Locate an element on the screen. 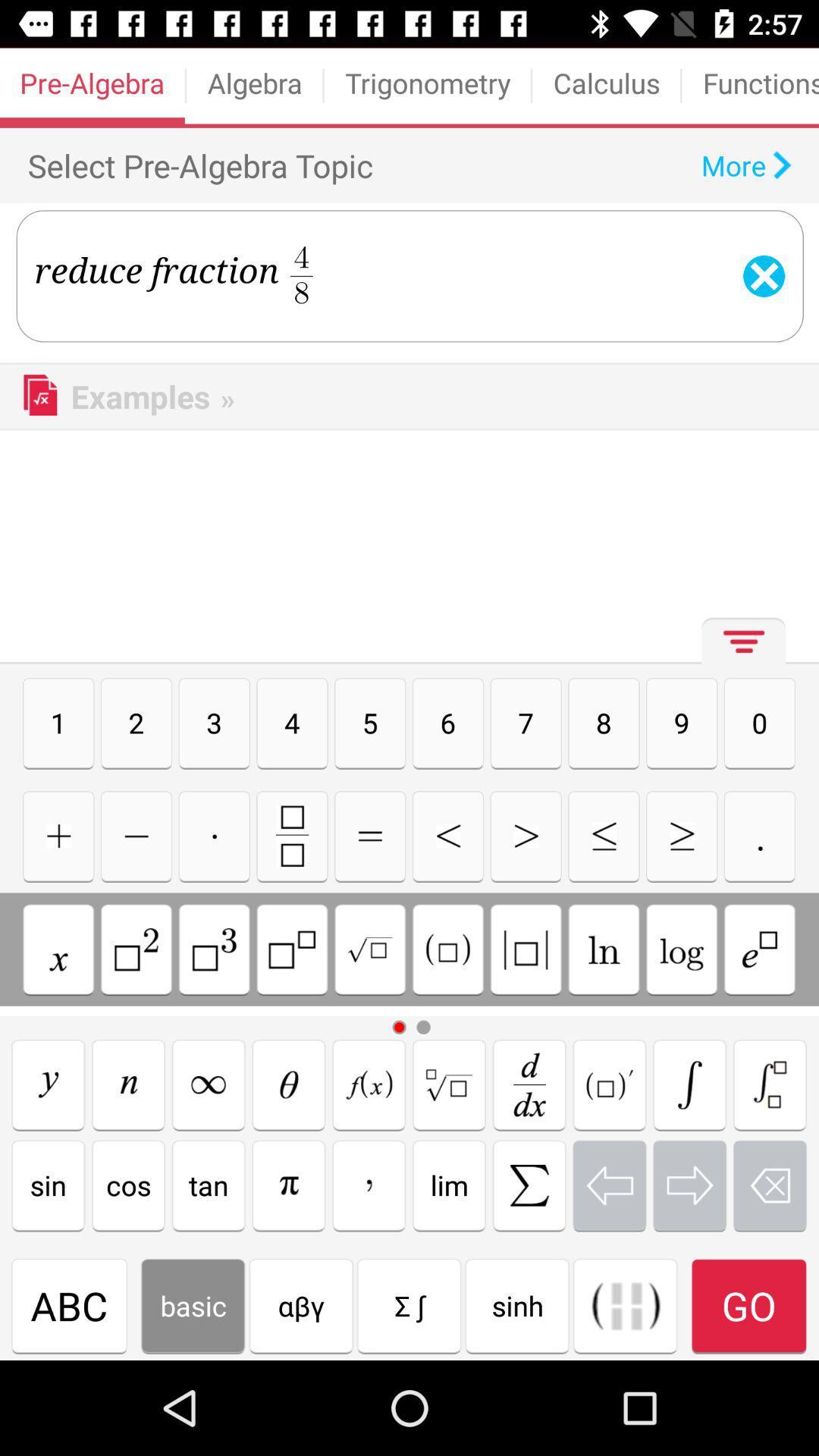 The height and width of the screenshot is (1456, 819). integral of using maths is located at coordinates (689, 1084).